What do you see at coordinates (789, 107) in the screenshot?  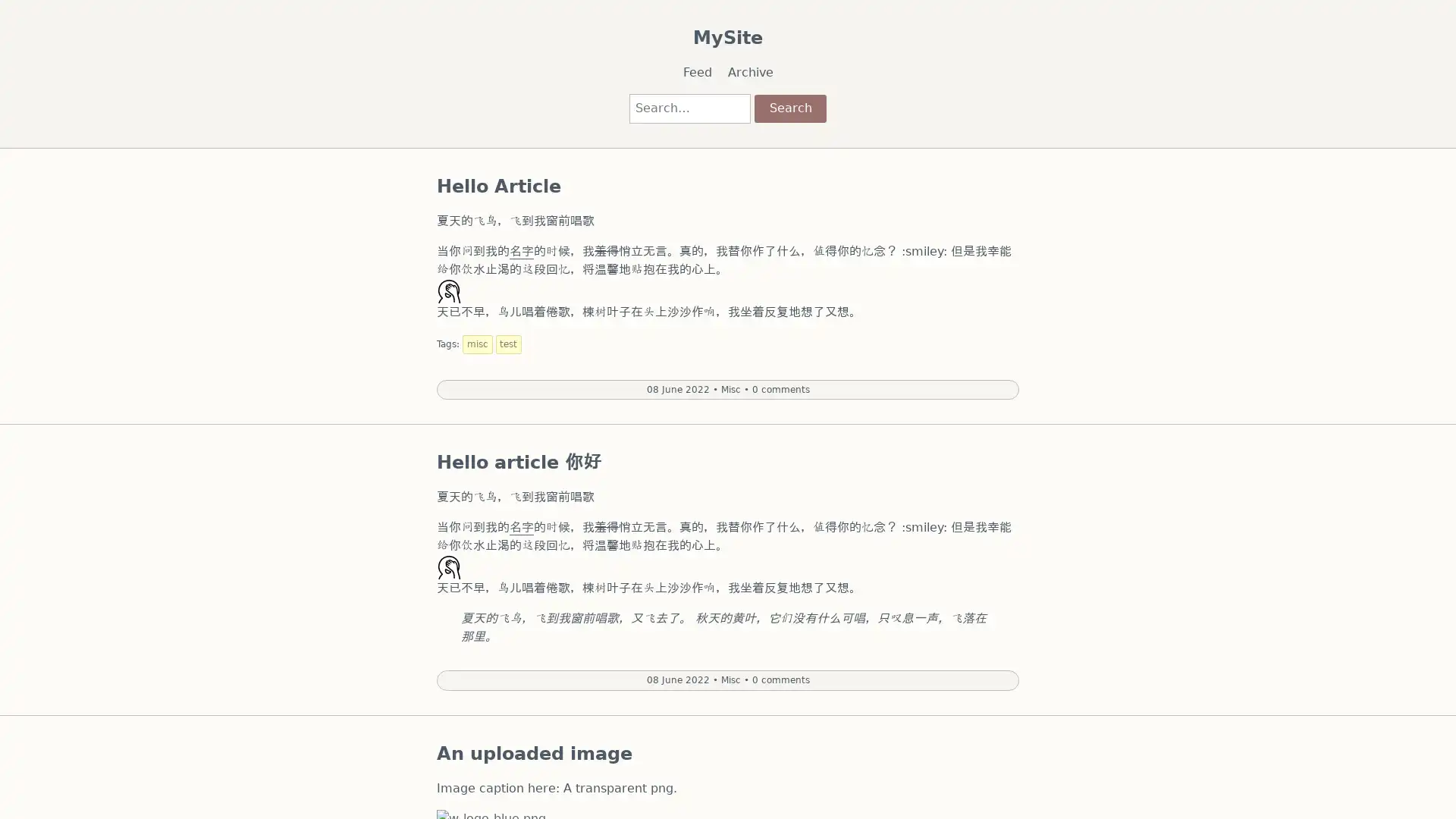 I see `Search` at bounding box center [789, 107].